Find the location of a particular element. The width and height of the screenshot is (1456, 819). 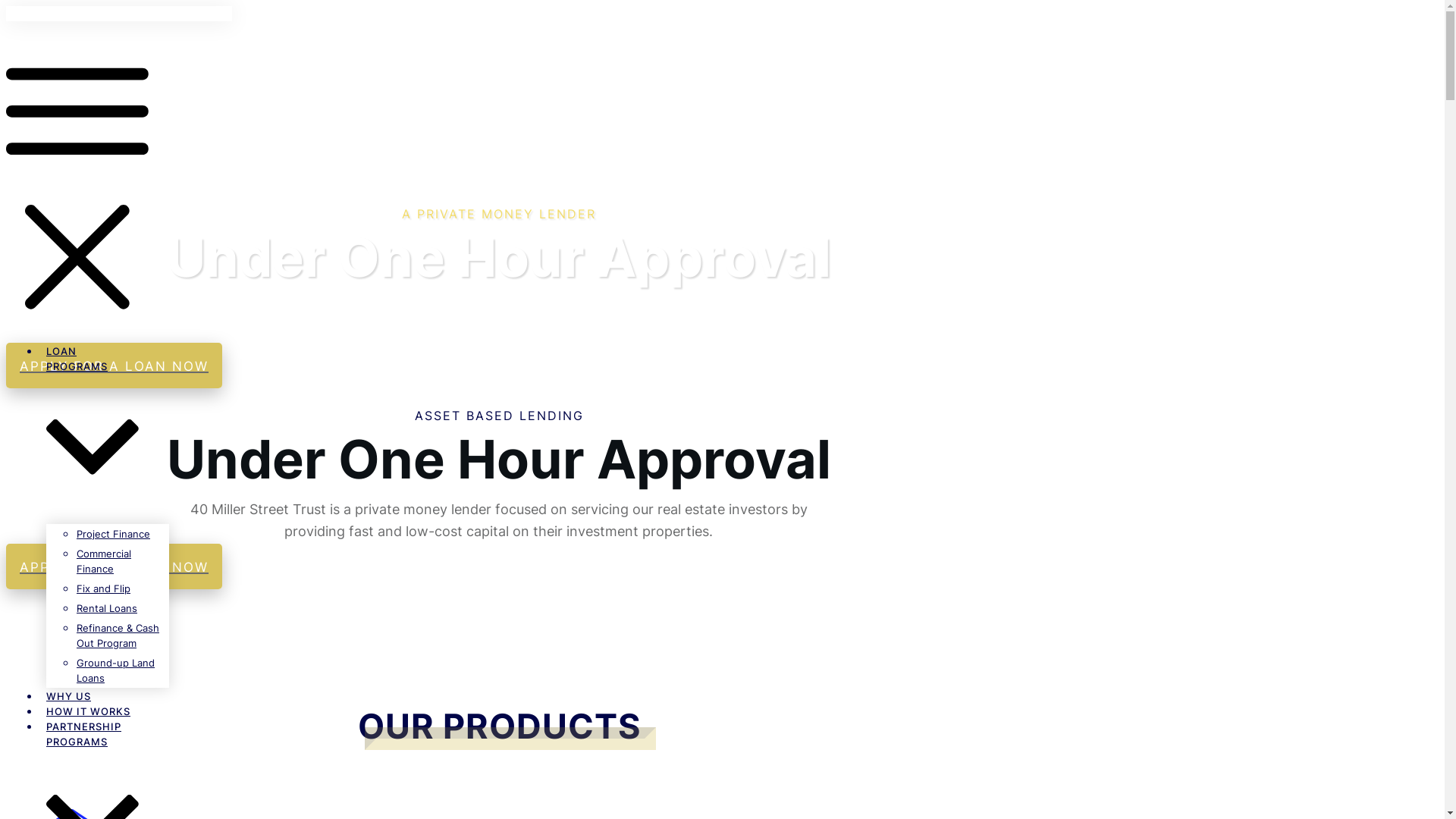

'Ground-up Land Loans' is located at coordinates (115, 669).